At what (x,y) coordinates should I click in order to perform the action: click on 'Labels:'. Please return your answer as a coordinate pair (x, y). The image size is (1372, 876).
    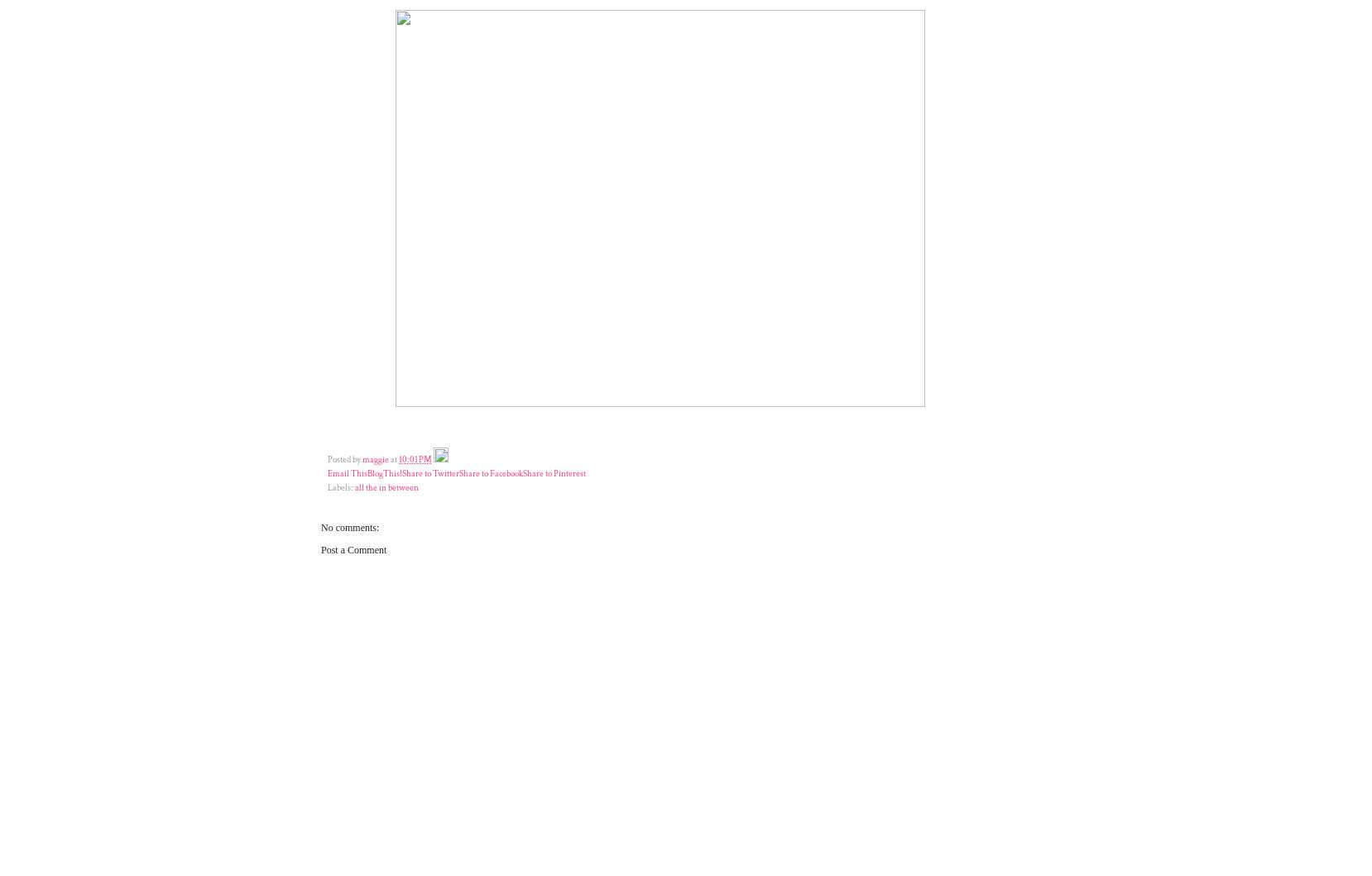
    Looking at the image, I should click on (340, 486).